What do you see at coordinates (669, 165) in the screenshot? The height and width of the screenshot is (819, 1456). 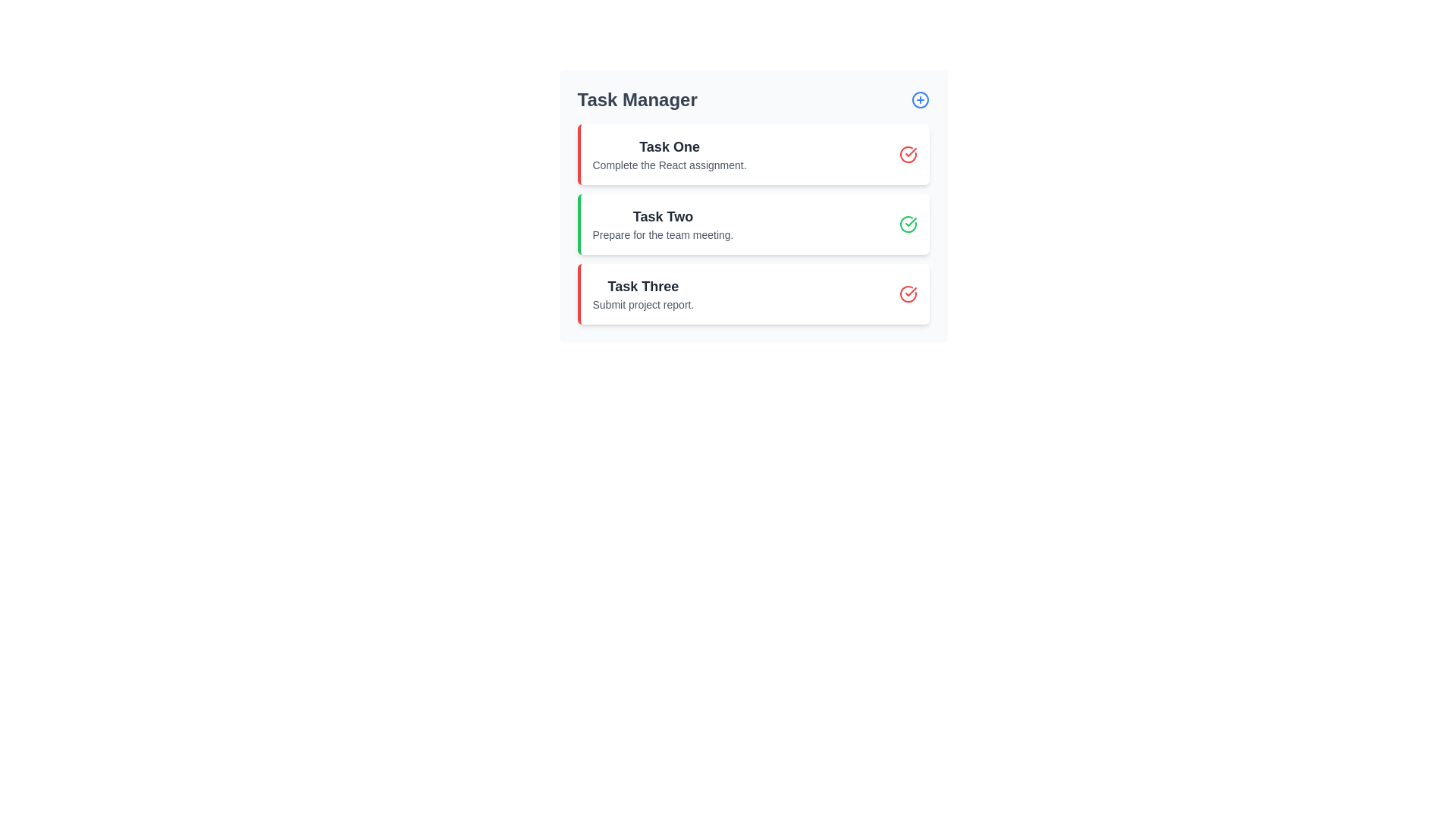 I see `the text label that reads 'Complete the React assignment', which is styled in a smaller font and located directly beneath the 'Task One' title` at bounding box center [669, 165].